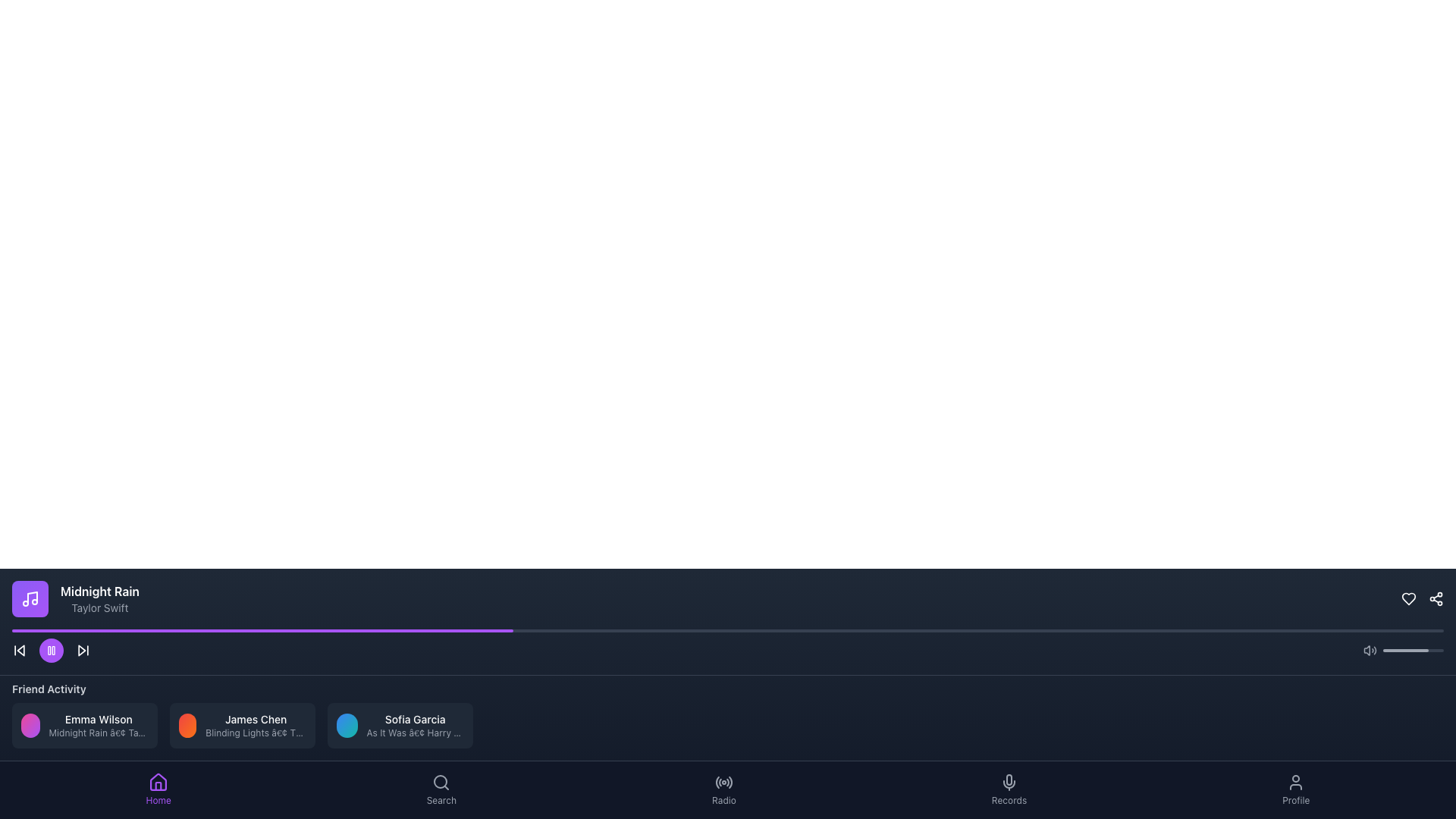 This screenshot has height=819, width=1456. What do you see at coordinates (256, 718) in the screenshot?
I see `the text label displaying 'James Chen' located in the central card of the 'Friend Activity' section, positioned above the subtitle 'Blinding Lights • The Weeknd.'` at bounding box center [256, 718].